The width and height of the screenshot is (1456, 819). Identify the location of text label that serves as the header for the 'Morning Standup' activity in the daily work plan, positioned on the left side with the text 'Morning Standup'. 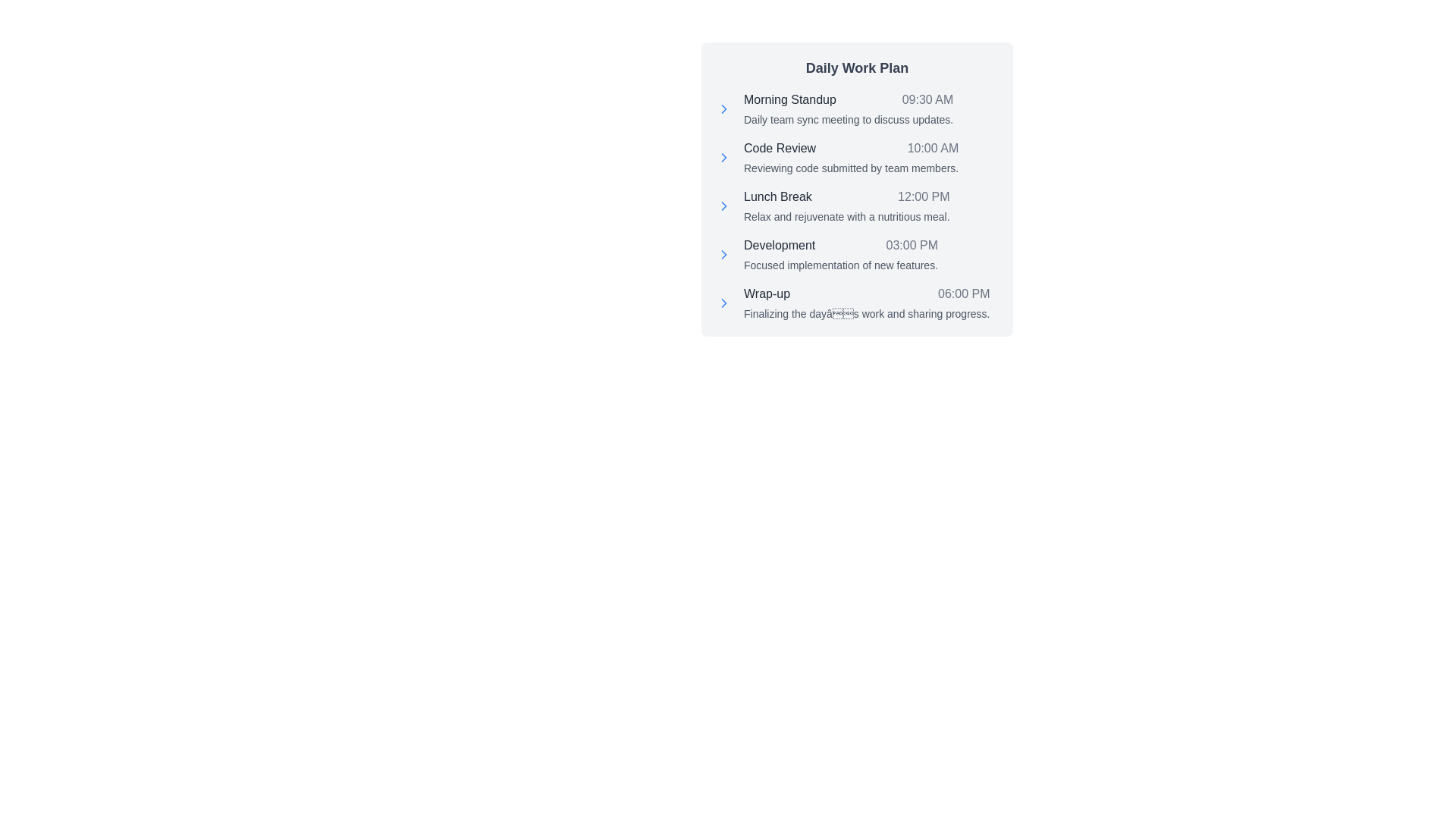
(789, 99).